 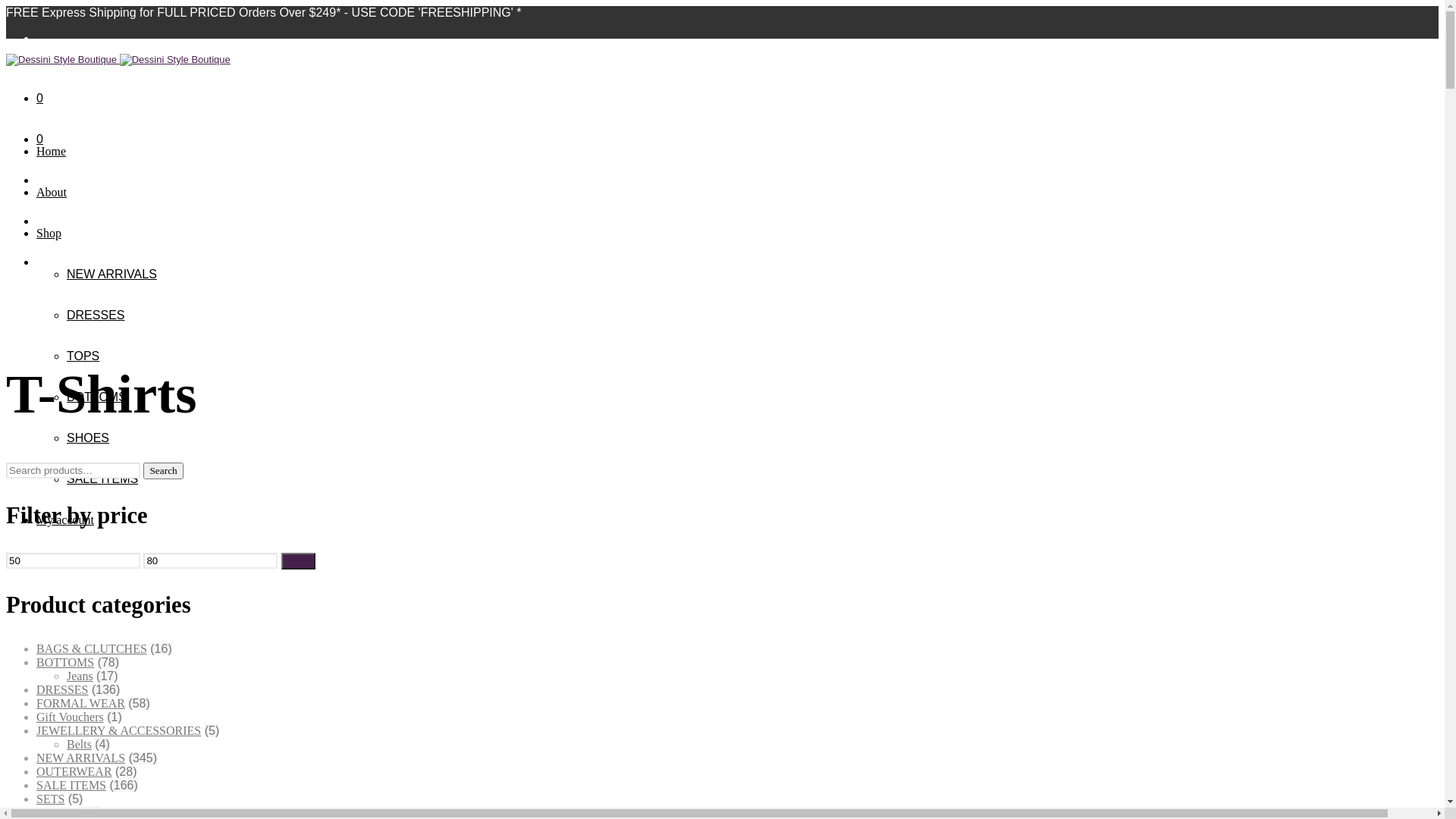 I want to click on 'NEW ARRIVALS', so click(x=111, y=274).